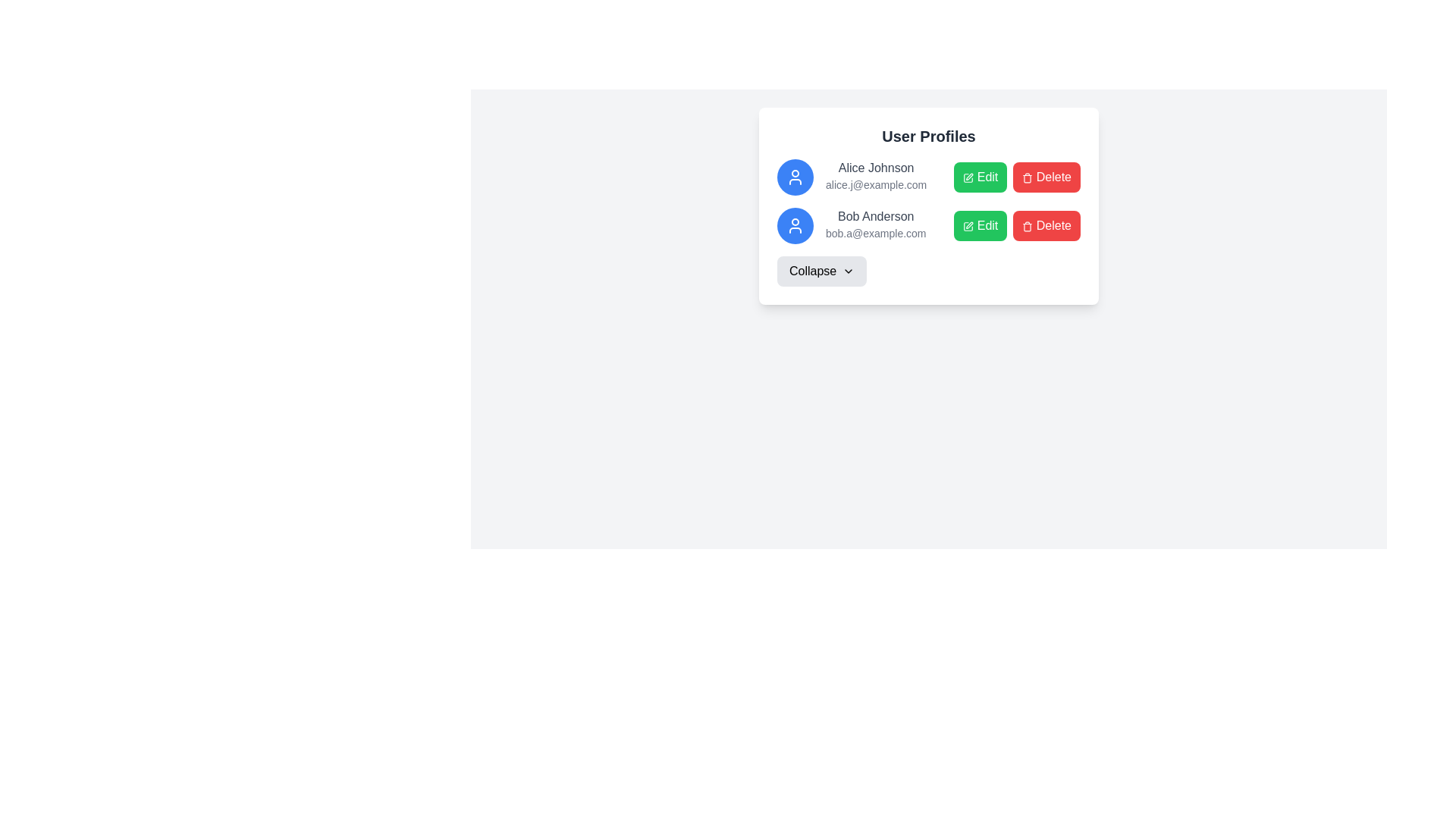  I want to click on the chevron icon located to the right of the 'Collapse' text, so click(848, 271).